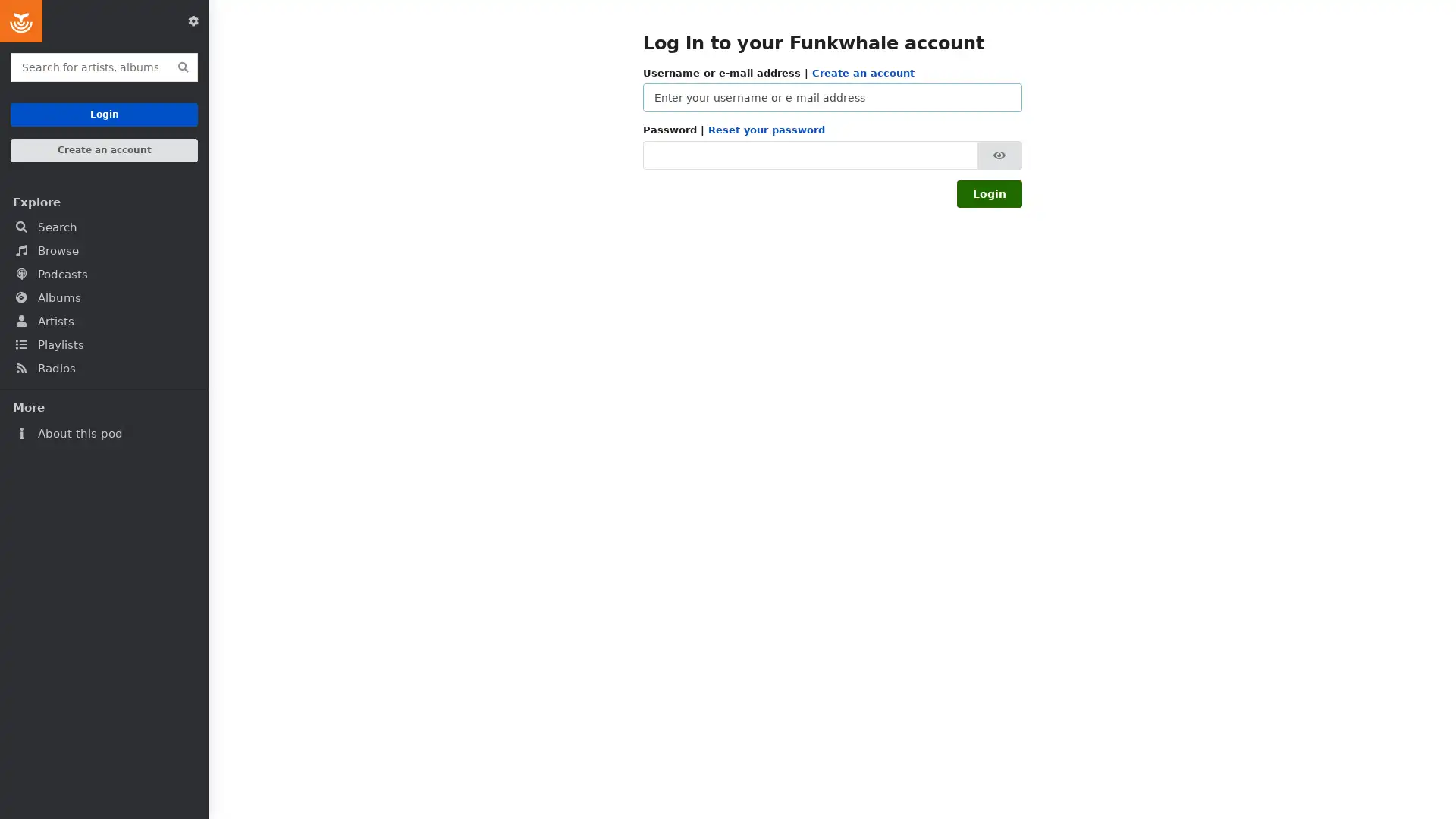 The width and height of the screenshot is (1456, 819). Describe the element at coordinates (103, 201) in the screenshot. I see `Explore` at that location.